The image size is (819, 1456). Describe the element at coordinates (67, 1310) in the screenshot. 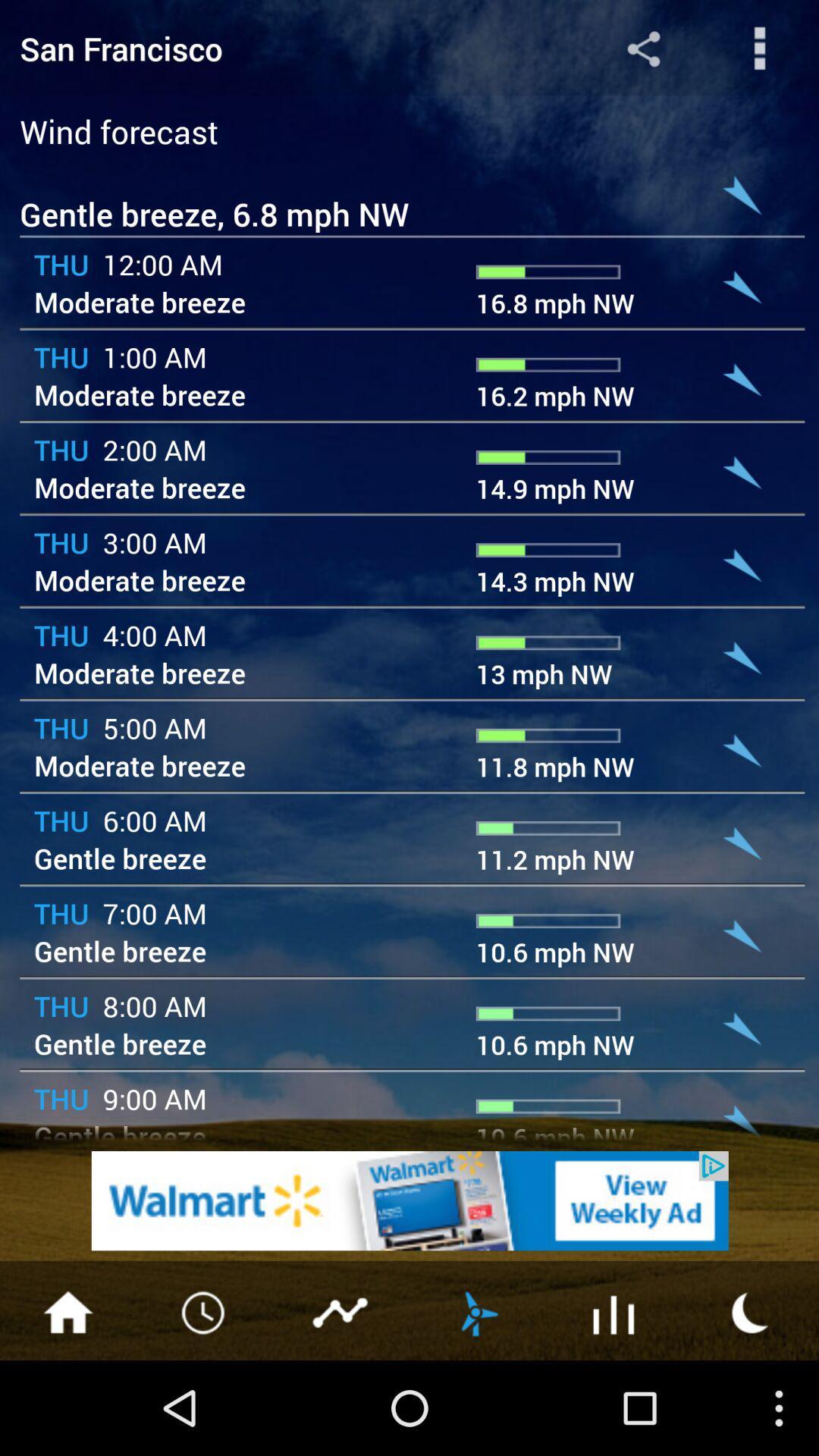

I see `home` at that location.